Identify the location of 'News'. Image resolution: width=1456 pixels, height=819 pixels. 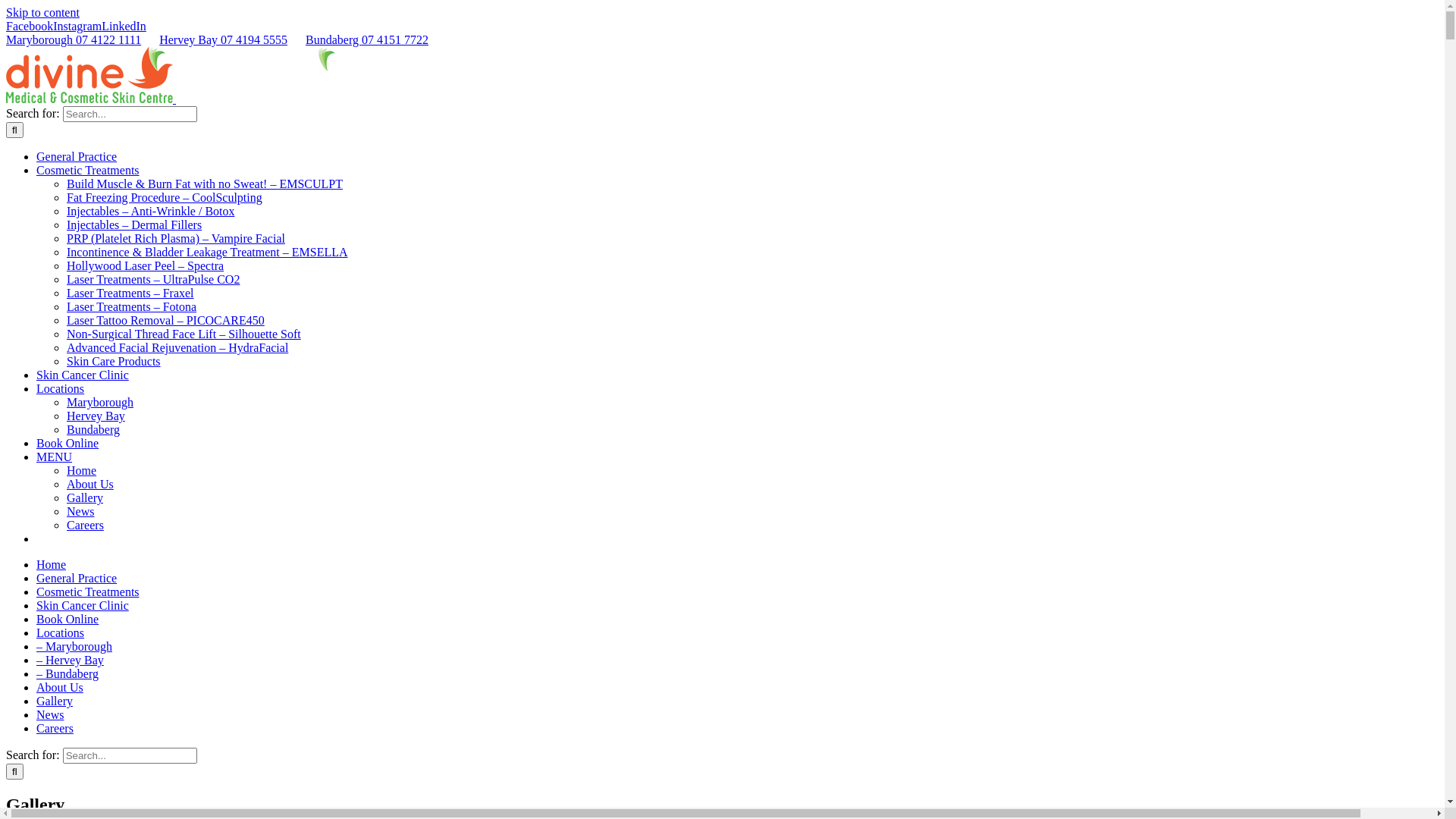
(36, 714).